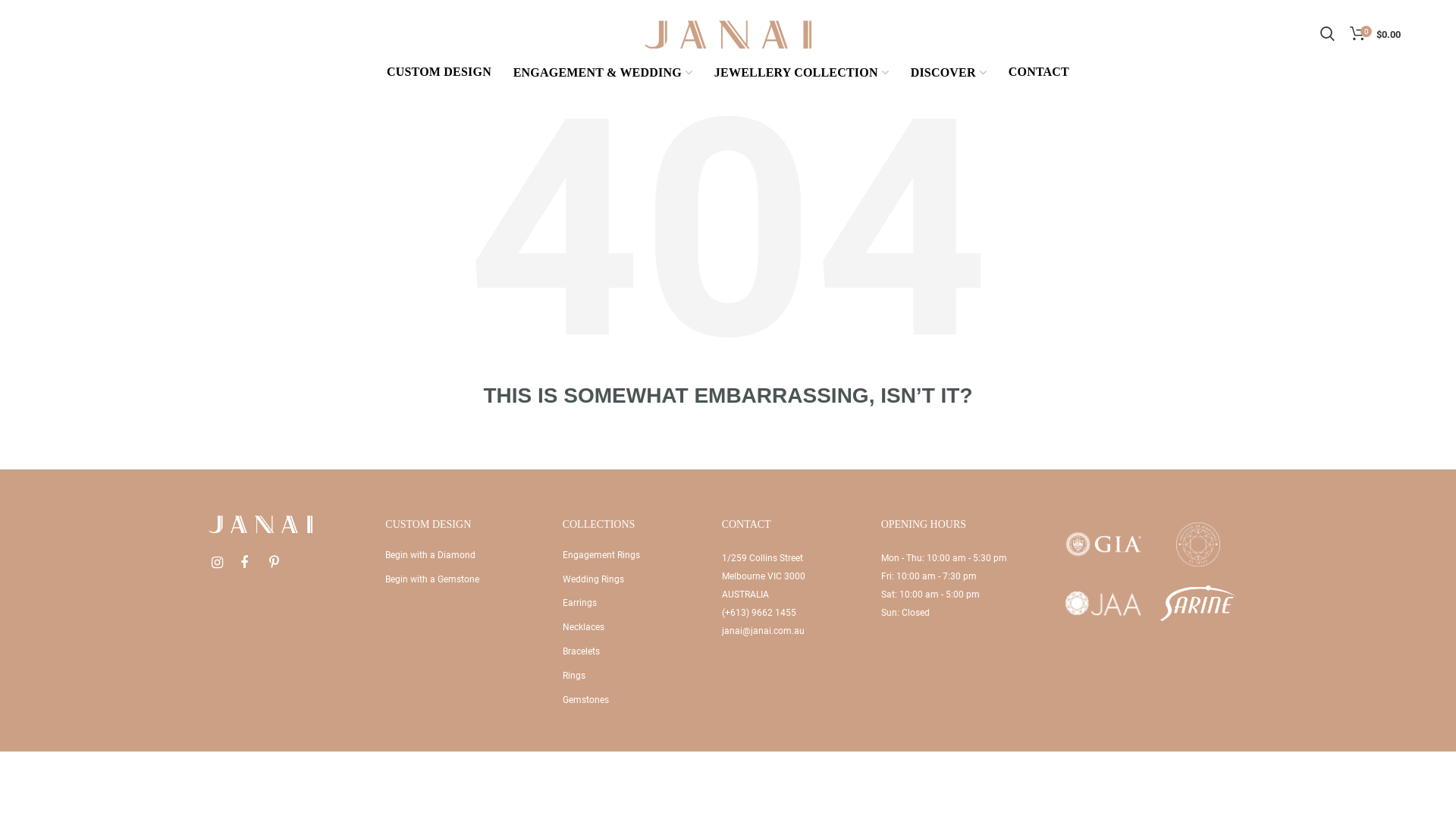 This screenshot has height=819, width=1456. I want to click on 'Janai Jewellery - Diamond Engagement Rings Melbourne', so click(728, 33).